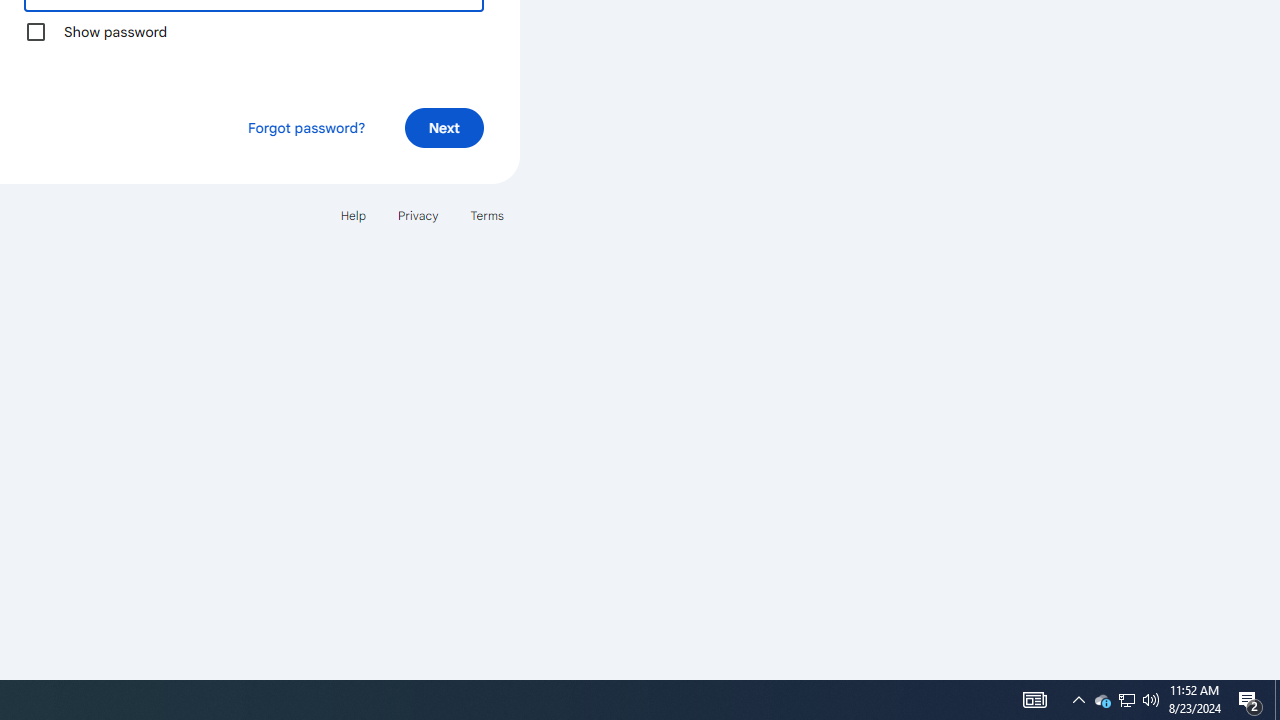 This screenshot has width=1280, height=720. I want to click on 'Terms', so click(487, 215).